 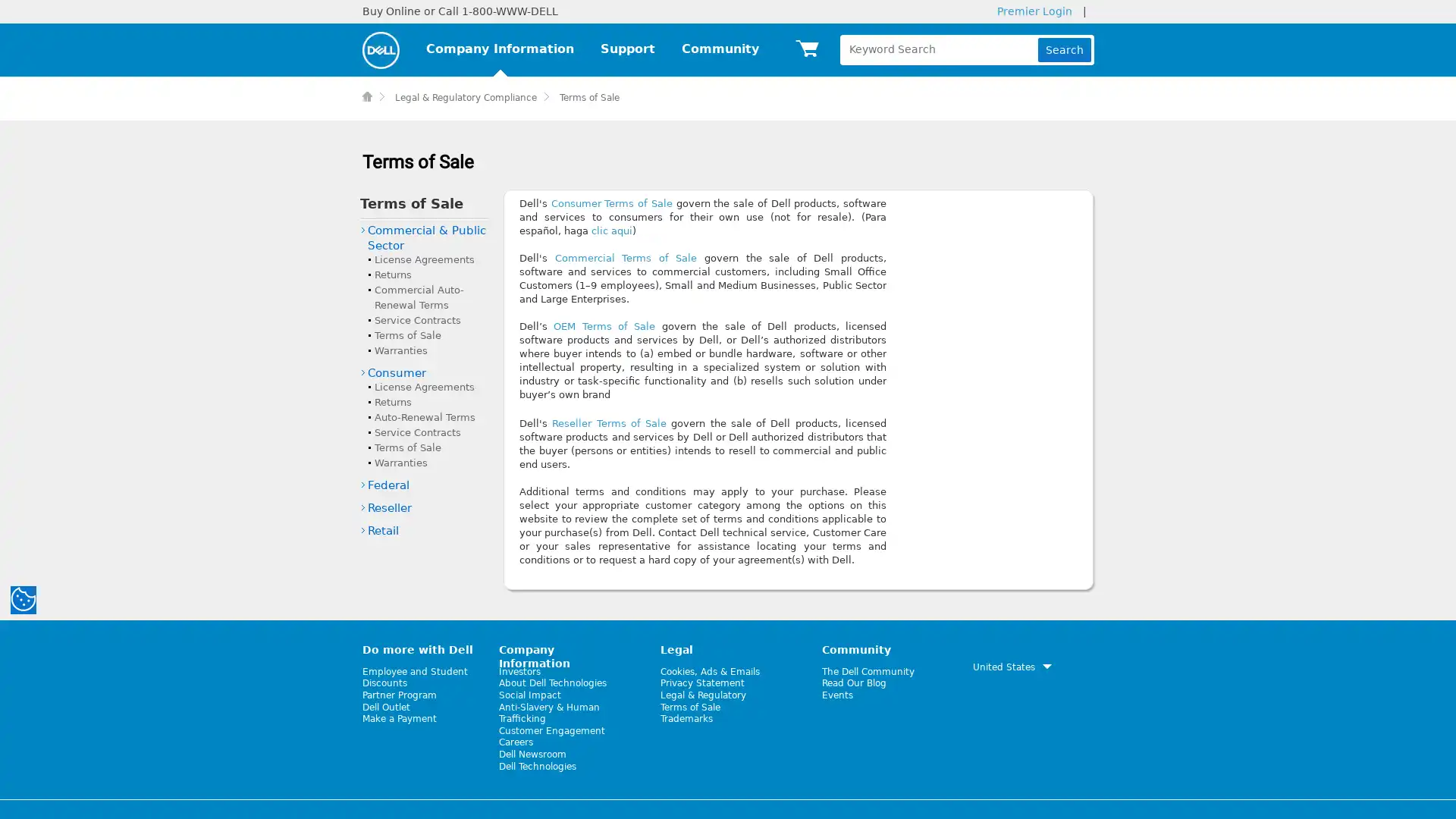 I want to click on manage your cookies, so click(x=23, y=598).